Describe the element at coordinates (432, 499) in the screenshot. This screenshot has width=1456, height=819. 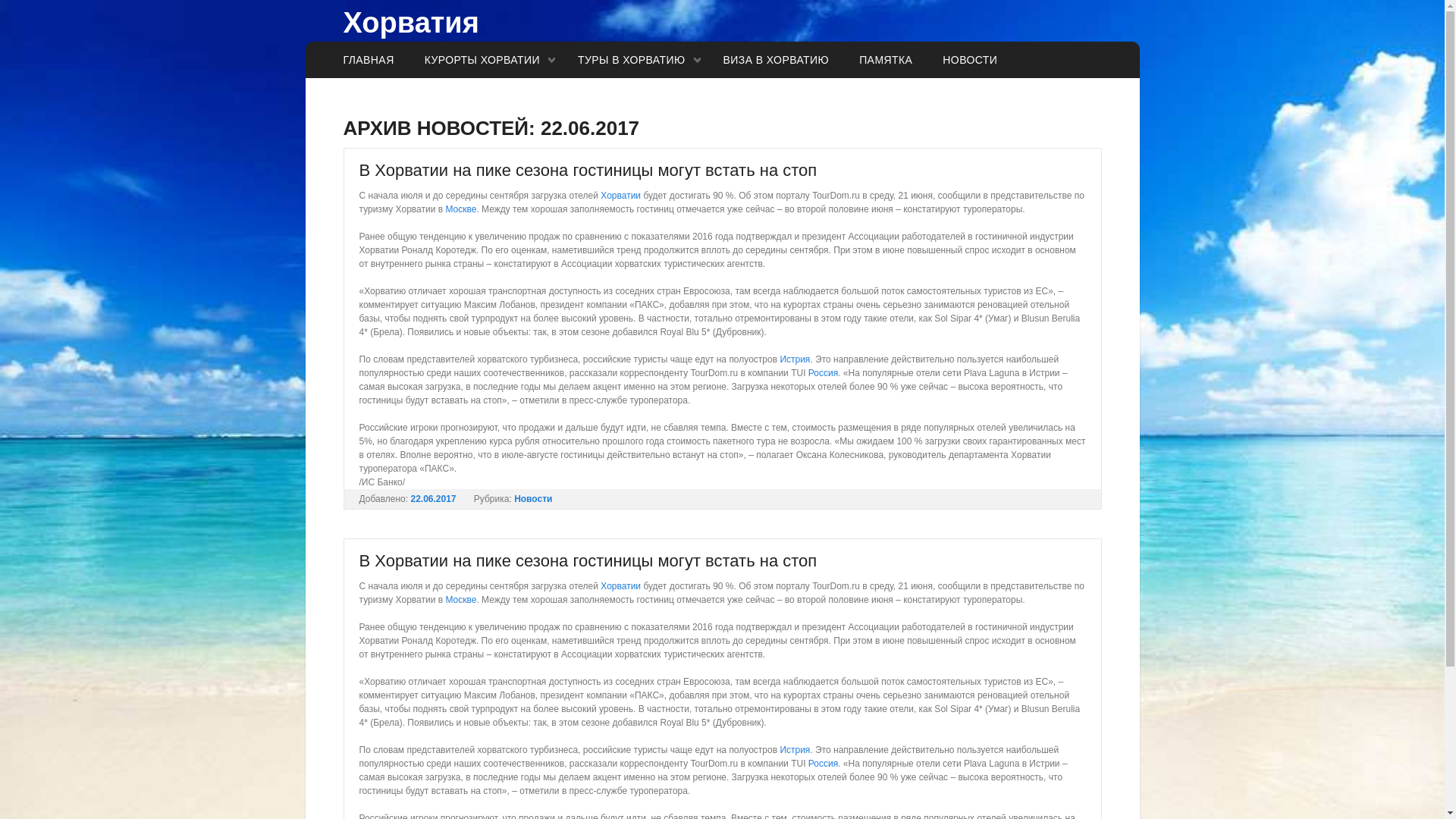
I see `'22.06.2017'` at that location.